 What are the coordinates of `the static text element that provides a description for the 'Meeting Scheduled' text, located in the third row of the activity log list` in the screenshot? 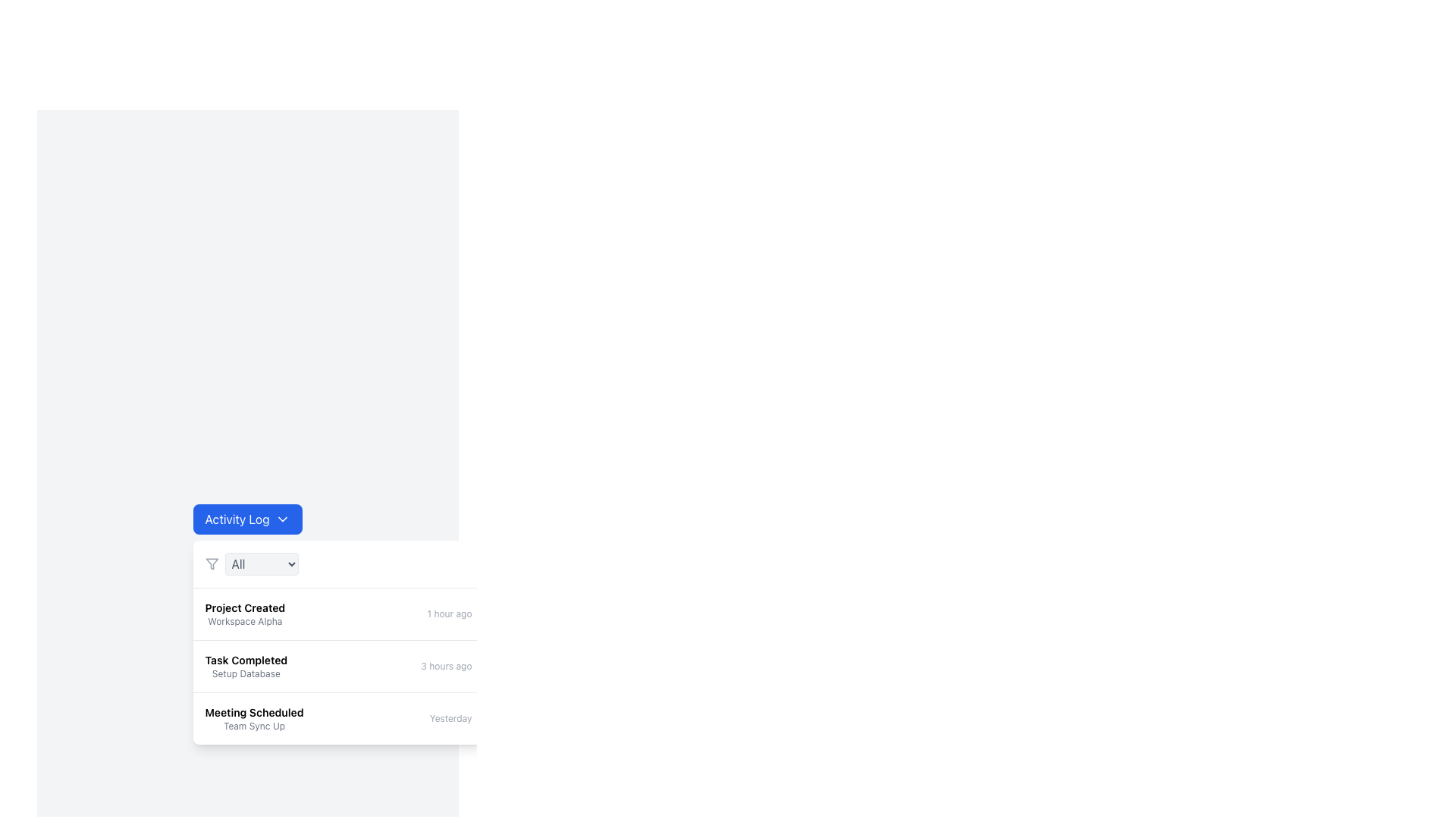 It's located at (254, 725).